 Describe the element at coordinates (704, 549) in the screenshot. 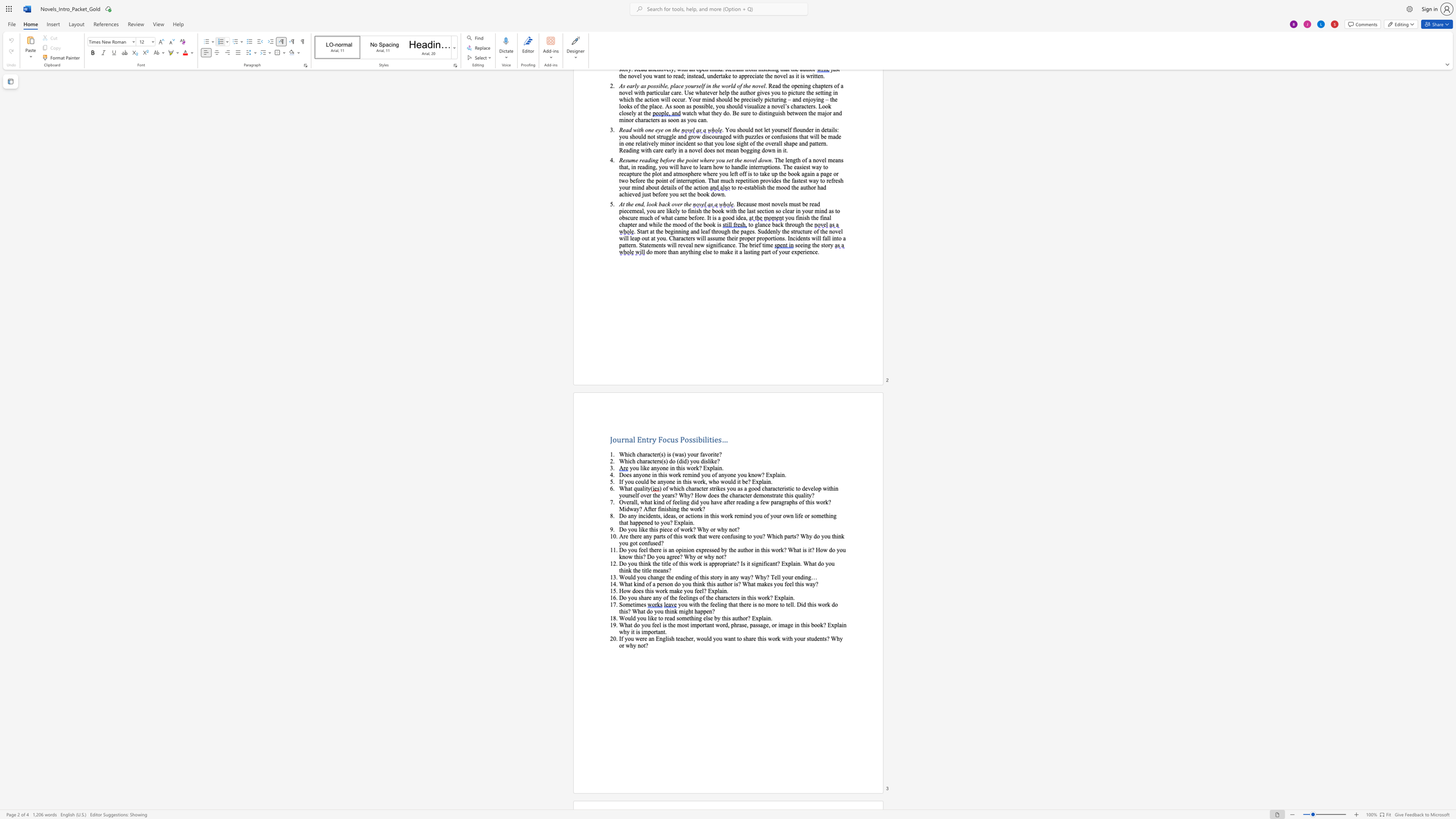

I see `the 2th character "r" in the text` at that location.